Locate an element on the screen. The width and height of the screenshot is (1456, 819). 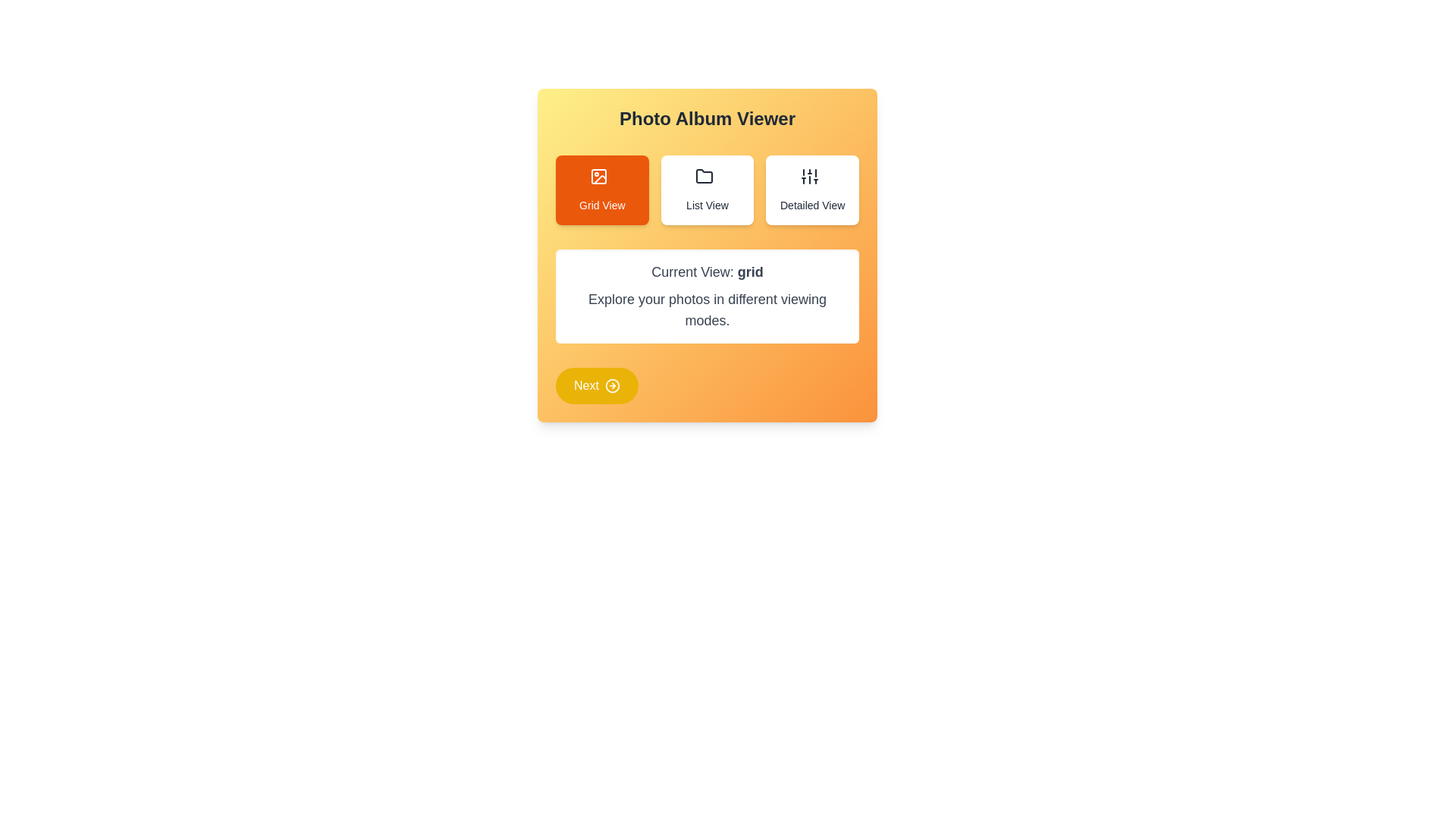
the informational text block displaying 'Current View: grid Explore your photos in different viewing modes.' is located at coordinates (706, 296).